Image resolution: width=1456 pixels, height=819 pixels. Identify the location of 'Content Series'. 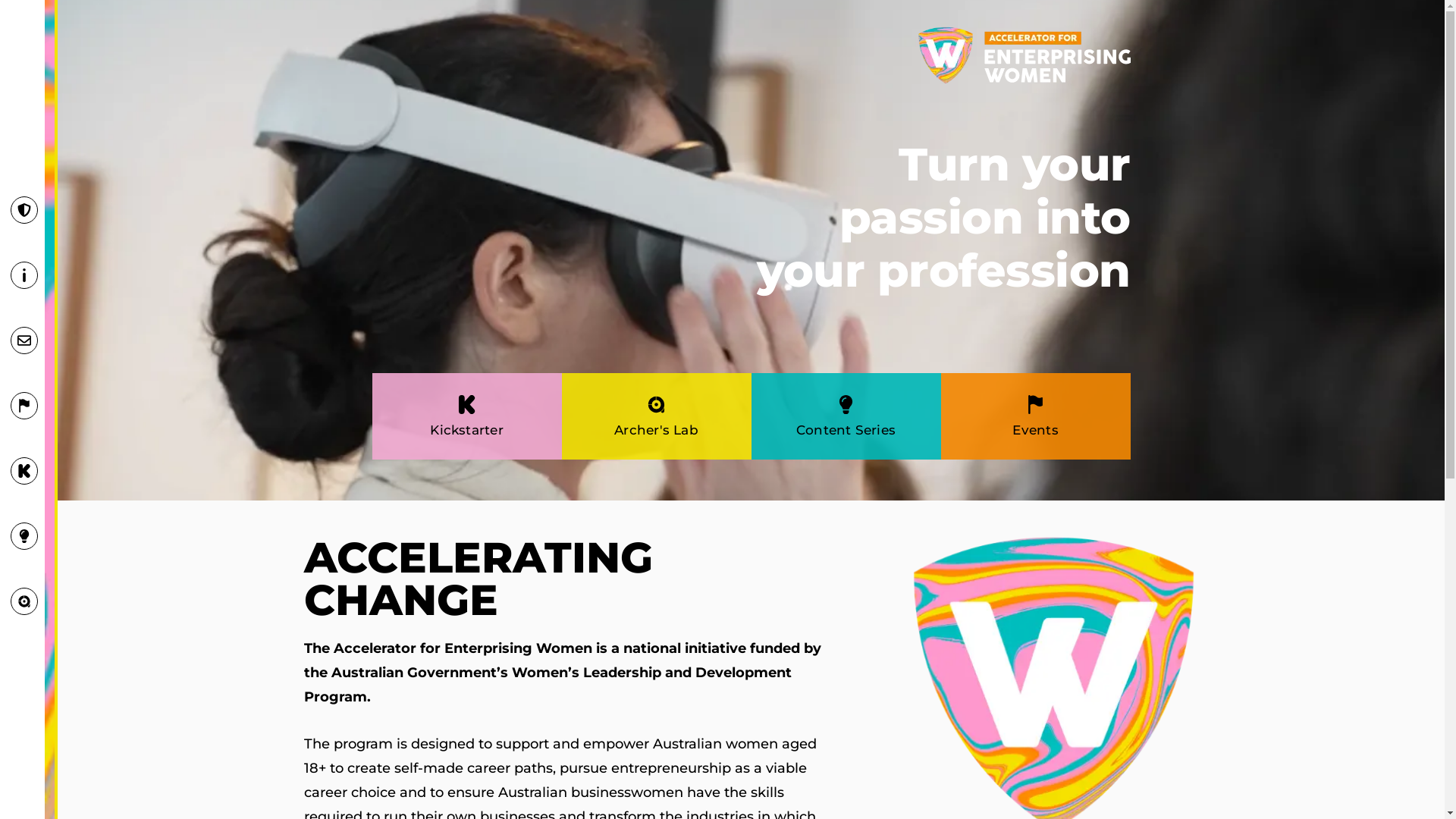
(845, 430).